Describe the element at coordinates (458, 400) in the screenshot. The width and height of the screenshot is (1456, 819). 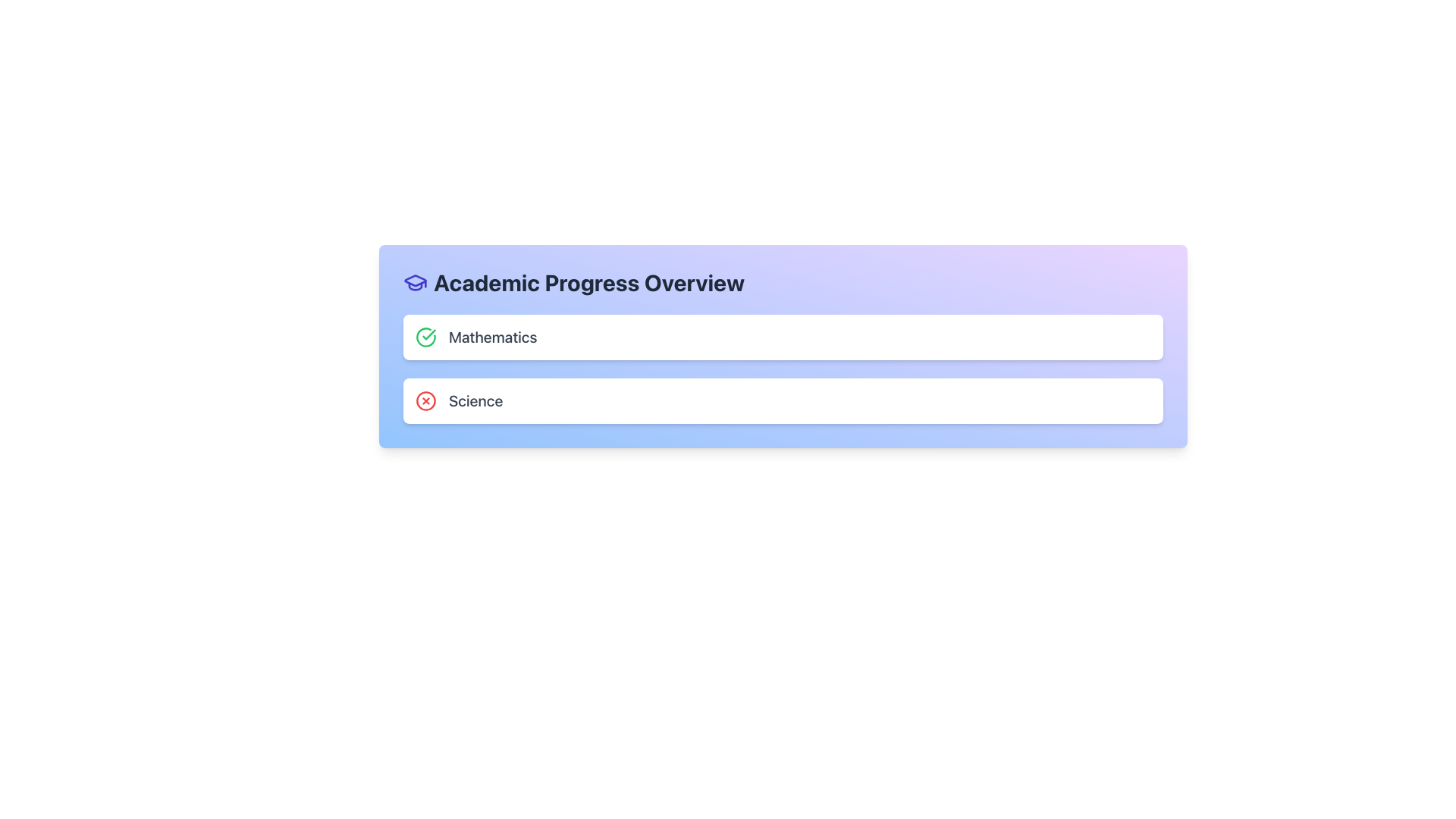
I see `the 'Science' text entry with a red circular icon indicating an error state, located under the 'Academic Progress Overview' header` at that location.